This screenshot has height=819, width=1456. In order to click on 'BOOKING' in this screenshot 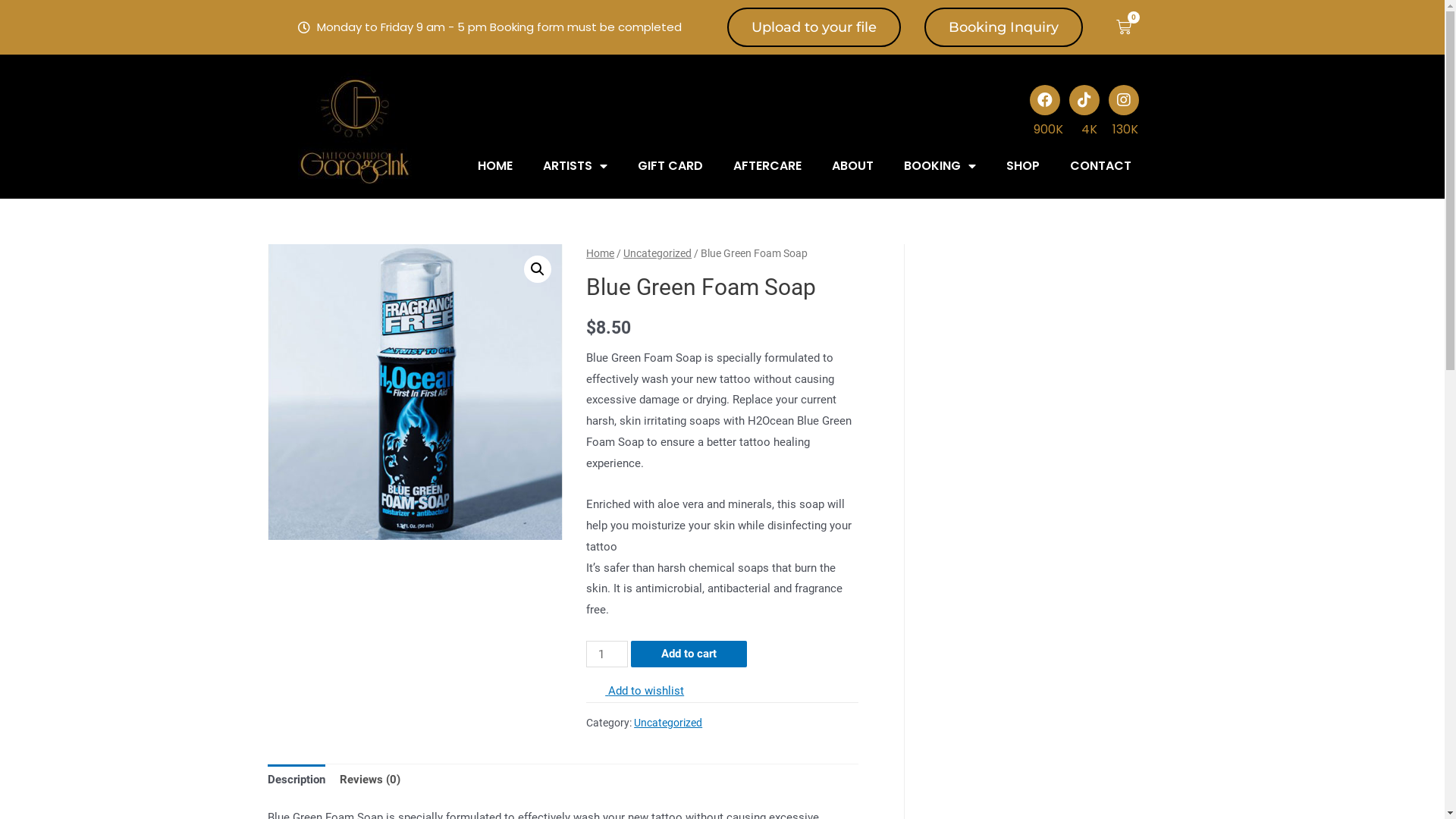, I will do `click(939, 166)`.